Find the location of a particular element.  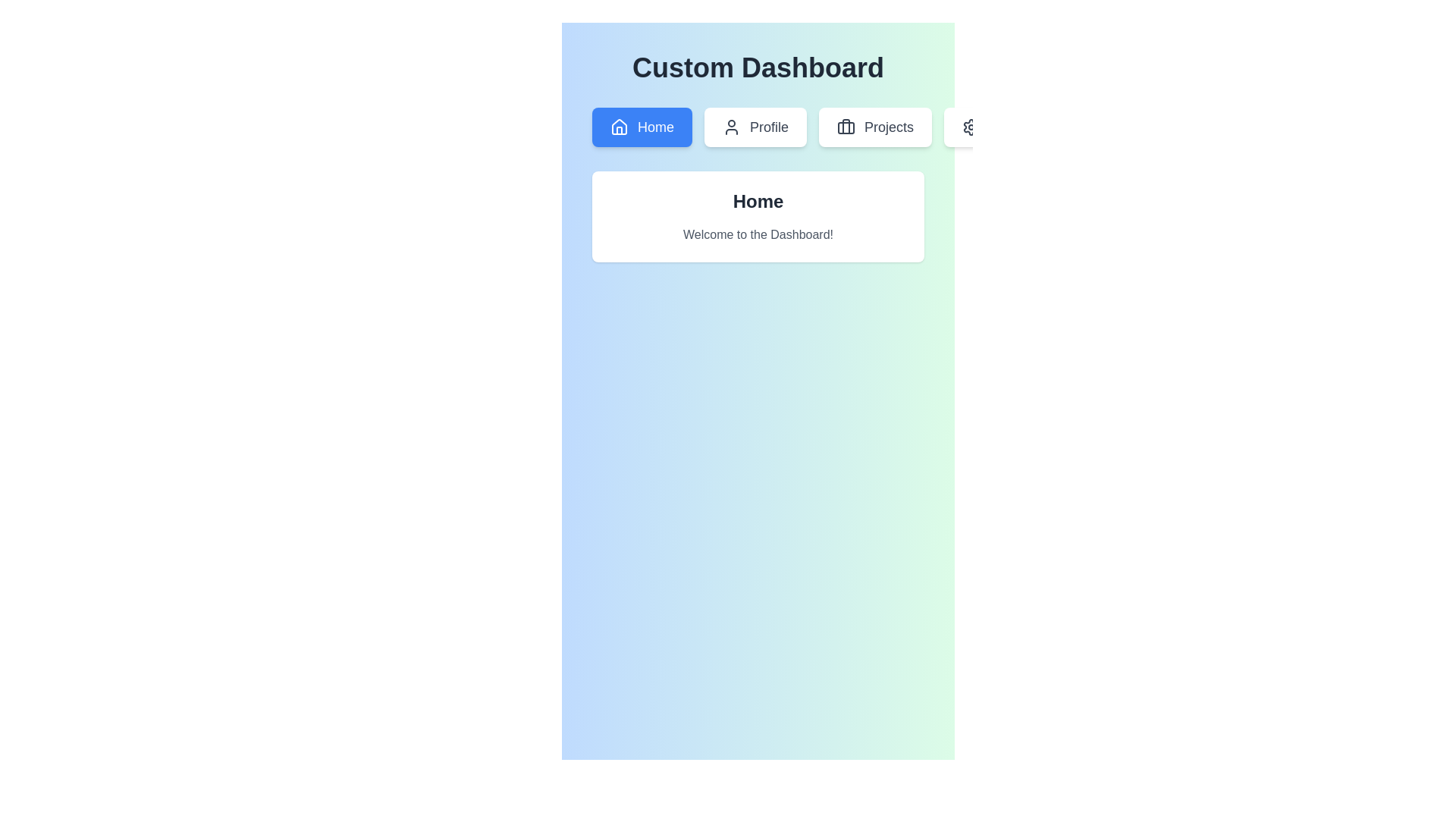

the profile icon, which is a user silhouette in a minimalistic design is located at coordinates (731, 127).